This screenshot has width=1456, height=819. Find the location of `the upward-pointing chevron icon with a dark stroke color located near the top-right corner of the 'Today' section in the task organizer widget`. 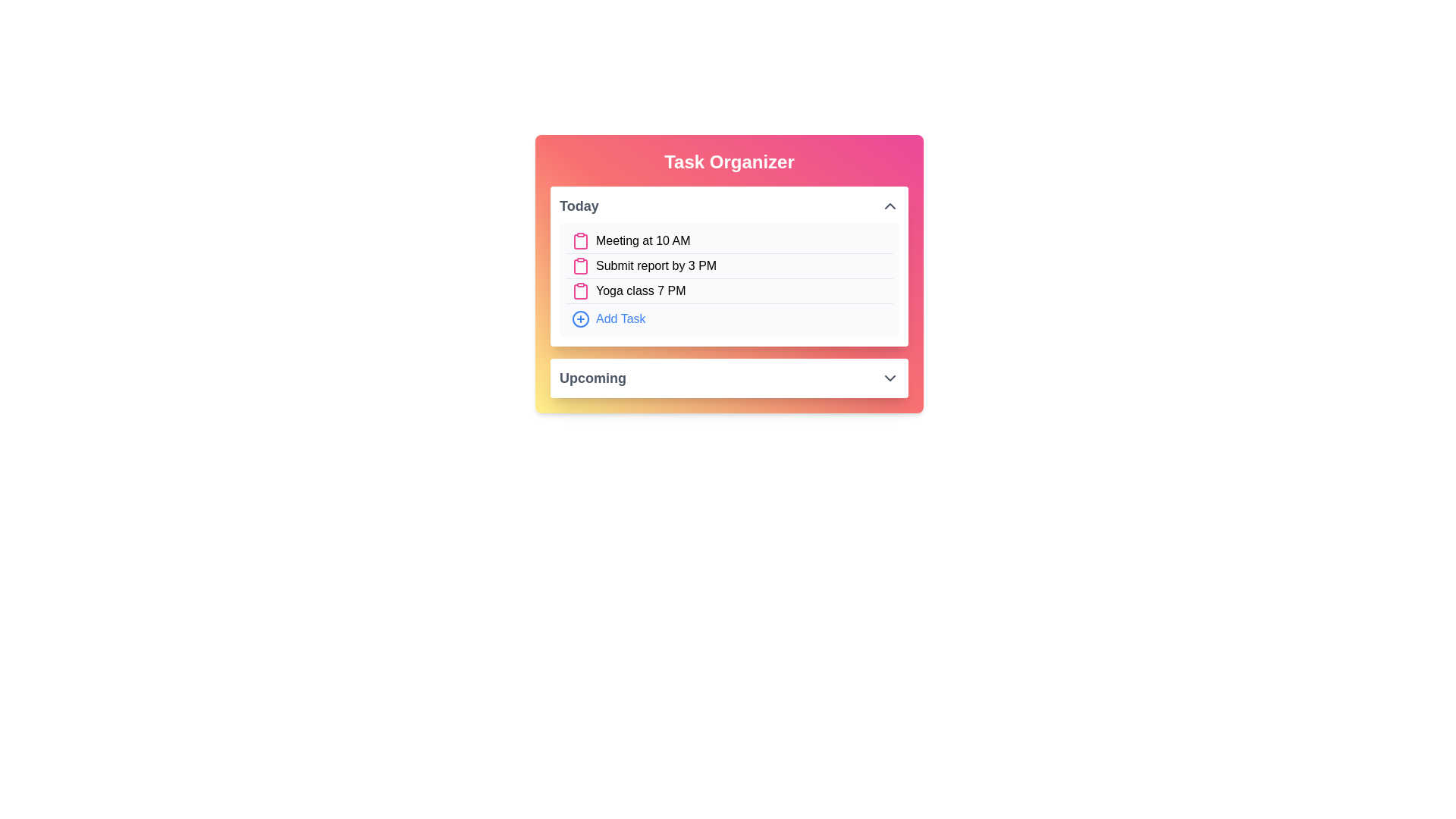

the upward-pointing chevron icon with a dark stroke color located near the top-right corner of the 'Today' section in the task organizer widget is located at coordinates (890, 206).